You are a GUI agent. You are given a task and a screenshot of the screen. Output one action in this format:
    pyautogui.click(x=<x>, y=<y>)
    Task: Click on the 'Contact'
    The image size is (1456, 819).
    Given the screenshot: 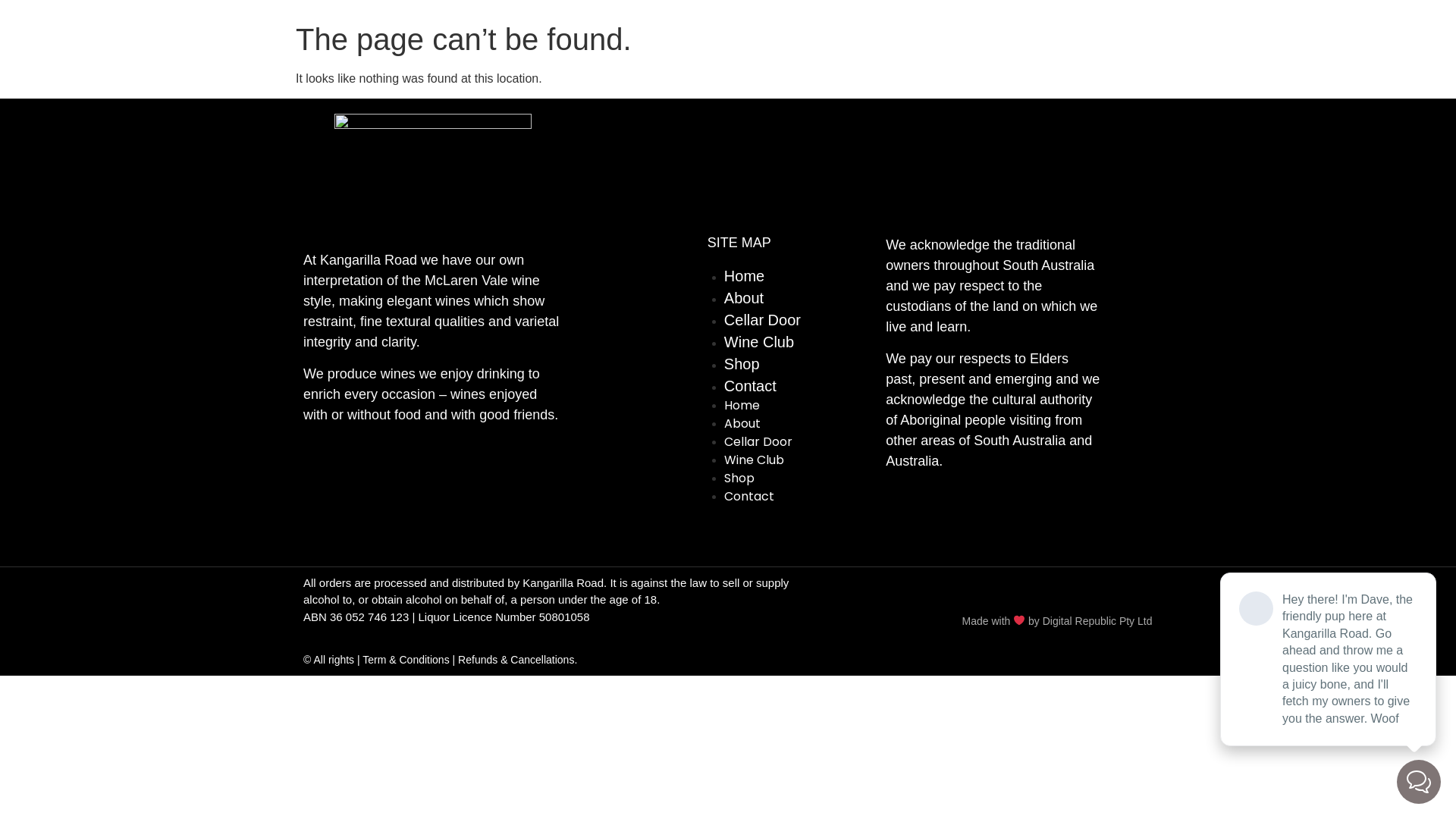 What is the action you would take?
    pyautogui.click(x=750, y=385)
    